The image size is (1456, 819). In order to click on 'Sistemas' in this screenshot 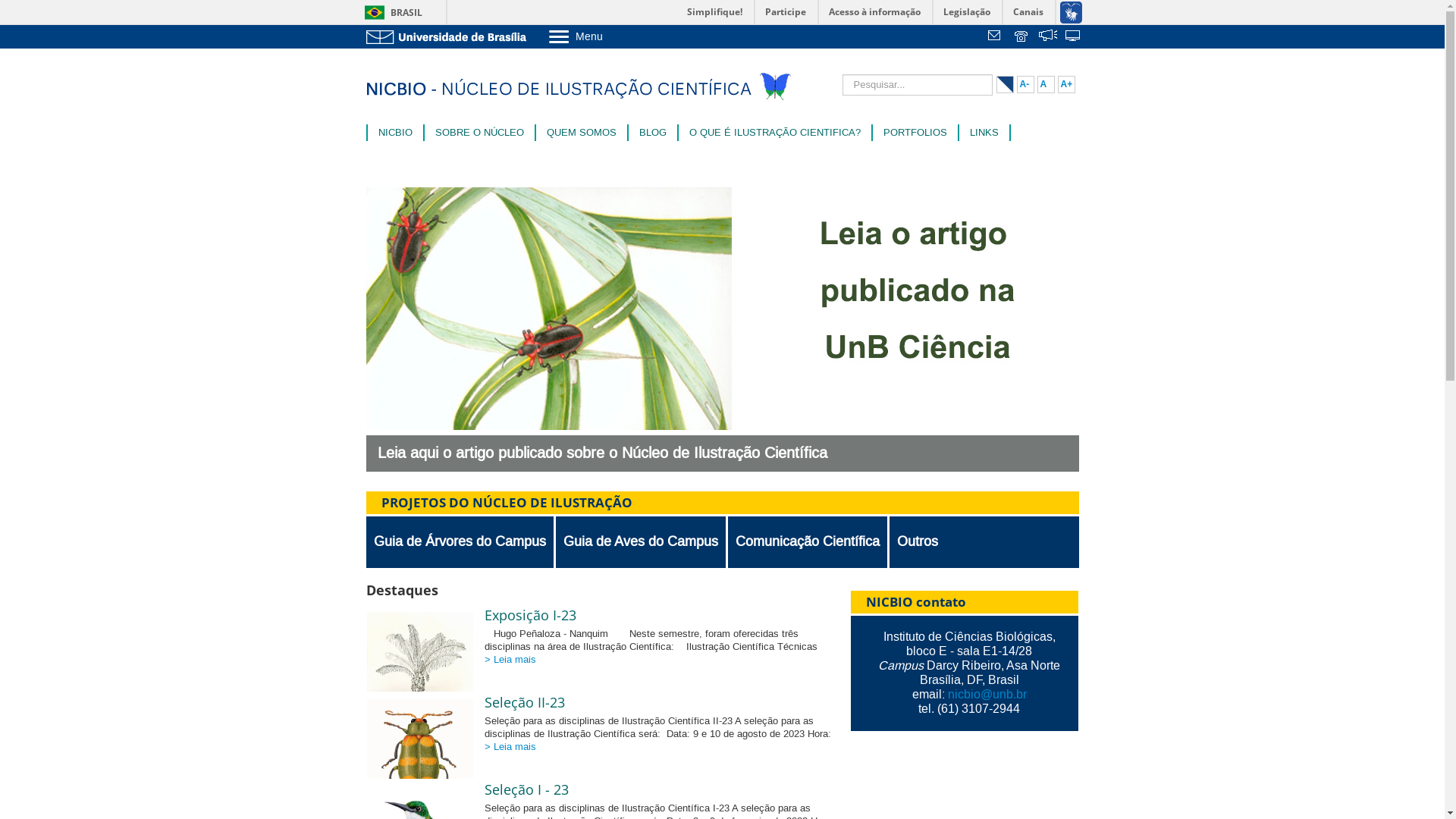, I will do `click(1073, 36)`.